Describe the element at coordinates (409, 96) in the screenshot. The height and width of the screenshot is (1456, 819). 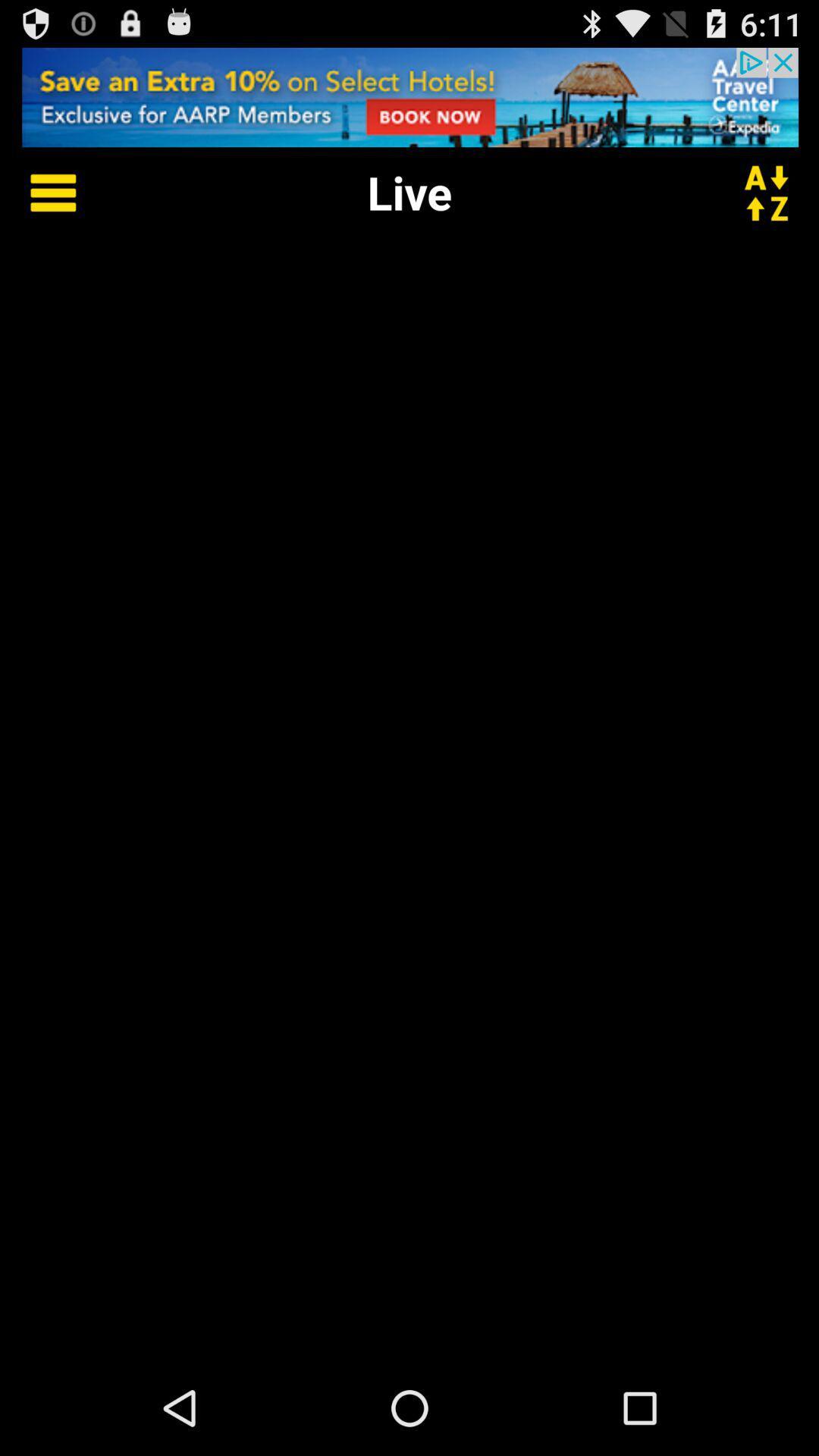
I see `advertisement` at that location.